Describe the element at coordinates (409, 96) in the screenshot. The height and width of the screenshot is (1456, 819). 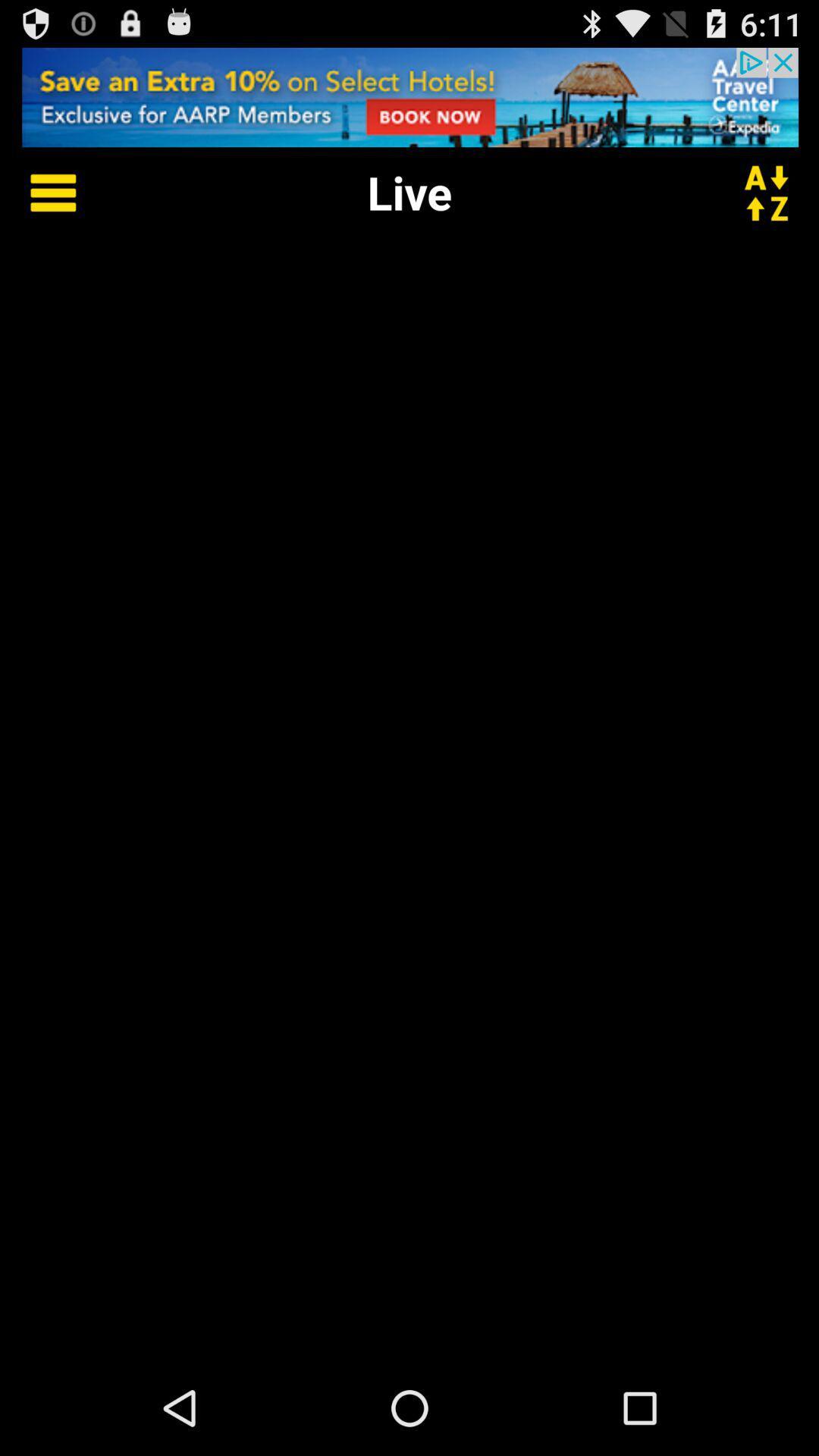
I see `advertisement` at that location.